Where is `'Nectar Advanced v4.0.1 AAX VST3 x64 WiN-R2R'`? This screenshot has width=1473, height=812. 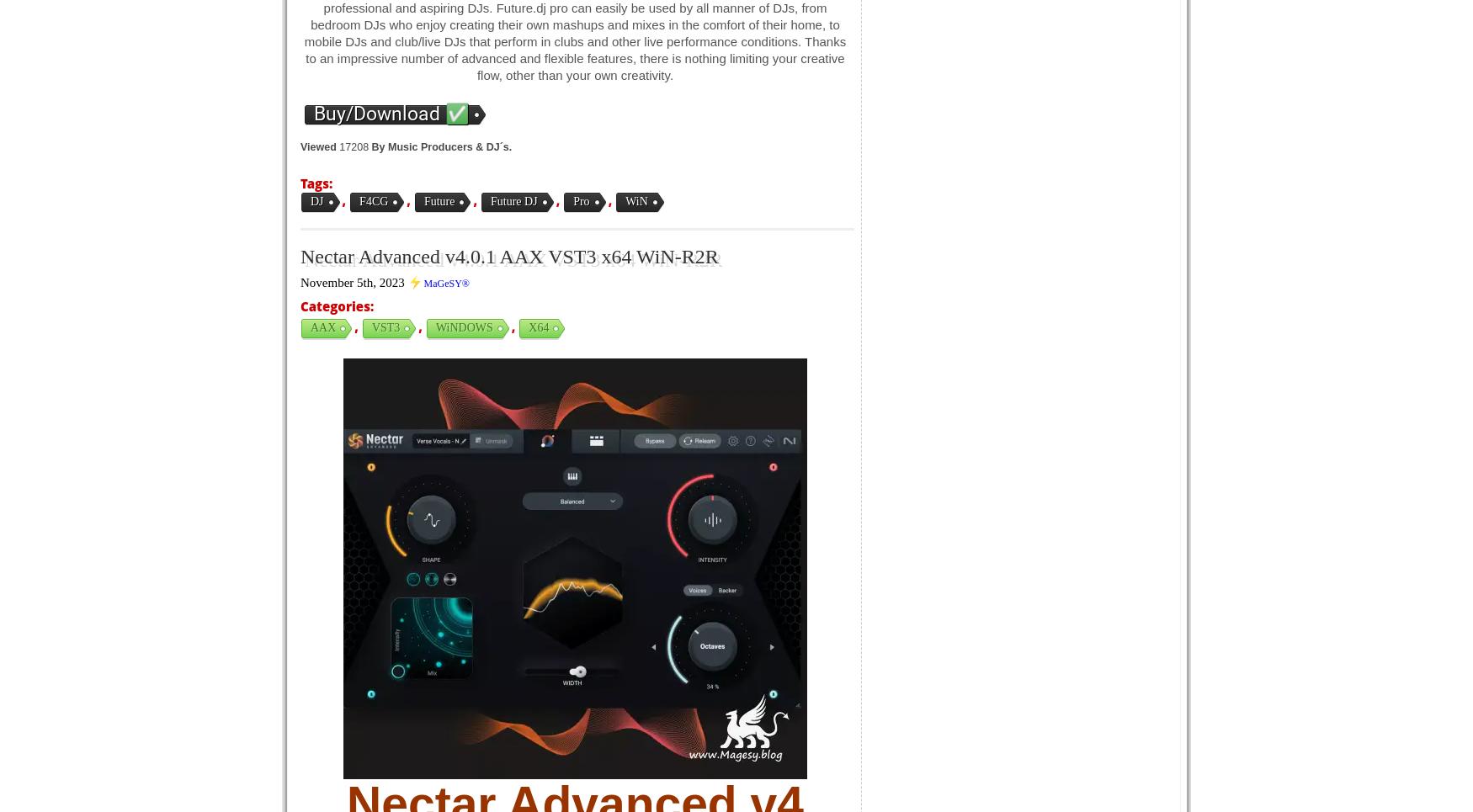
'Nectar Advanced v4.0.1 AAX VST3 x64 WiN-R2R' is located at coordinates (508, 256).